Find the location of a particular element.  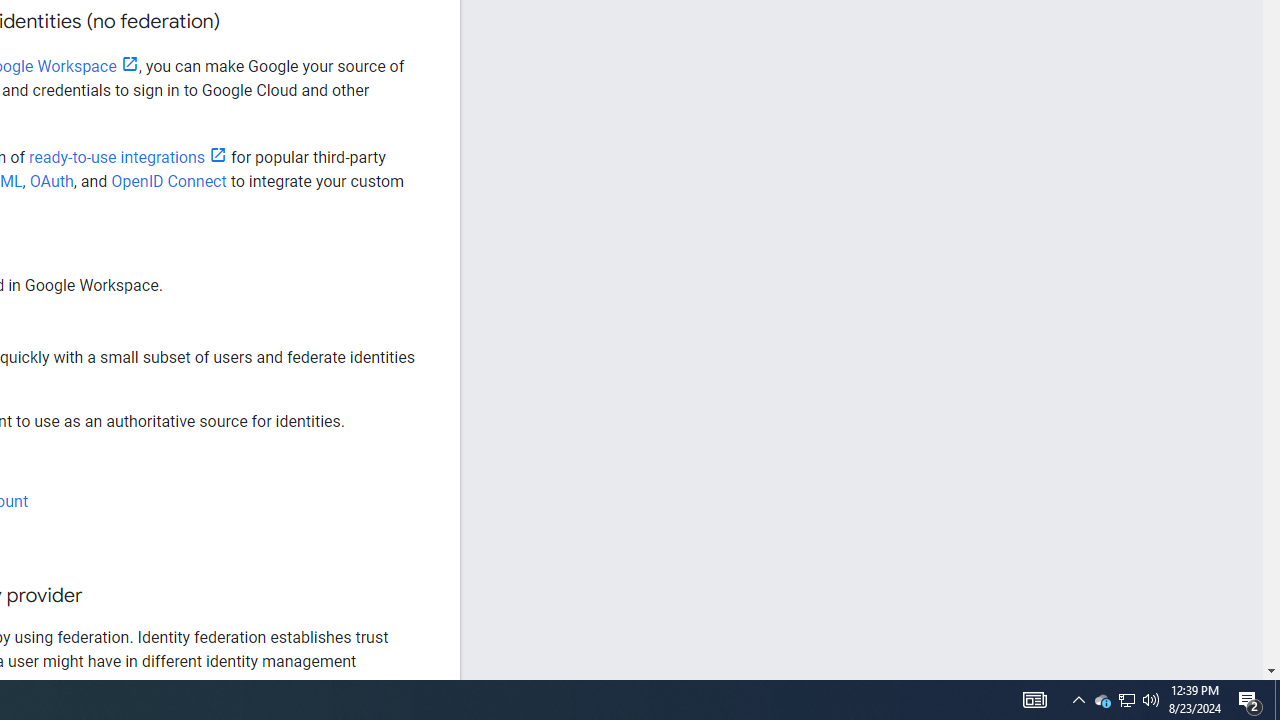

'OAuth' is located at coordinates (51, 181).